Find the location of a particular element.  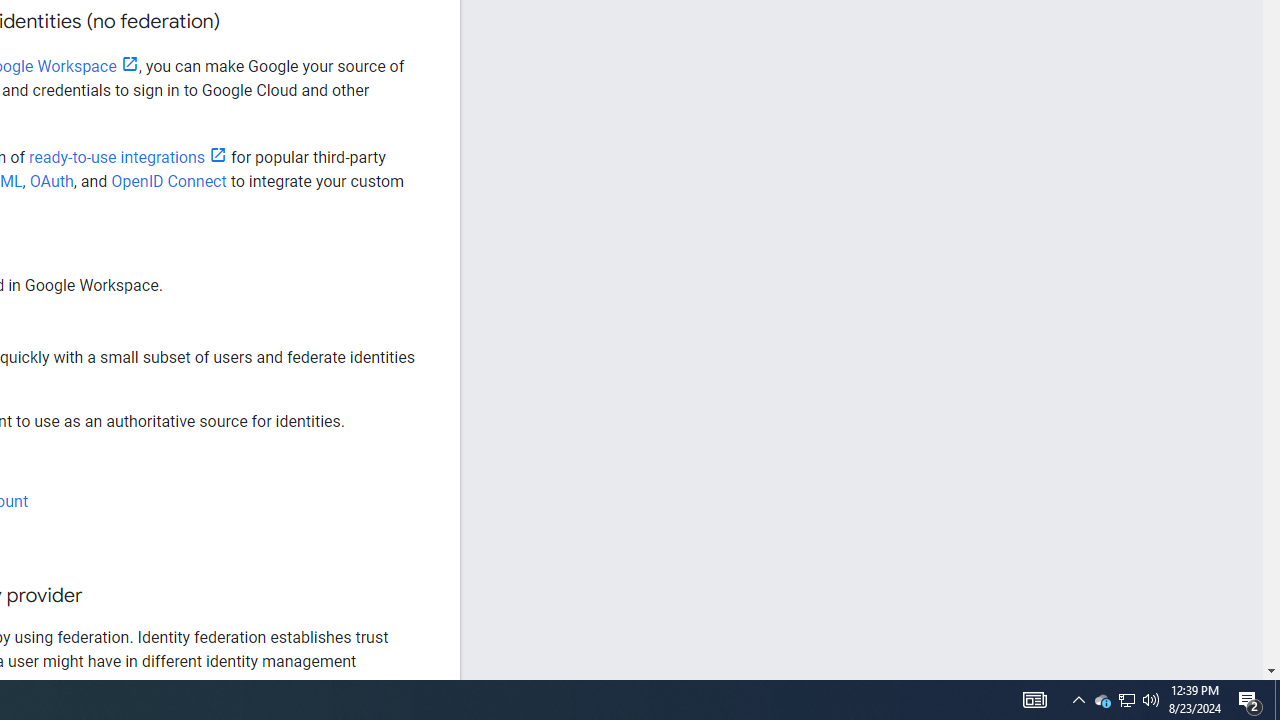

'OAuth' is located at coordinates (51, 181).